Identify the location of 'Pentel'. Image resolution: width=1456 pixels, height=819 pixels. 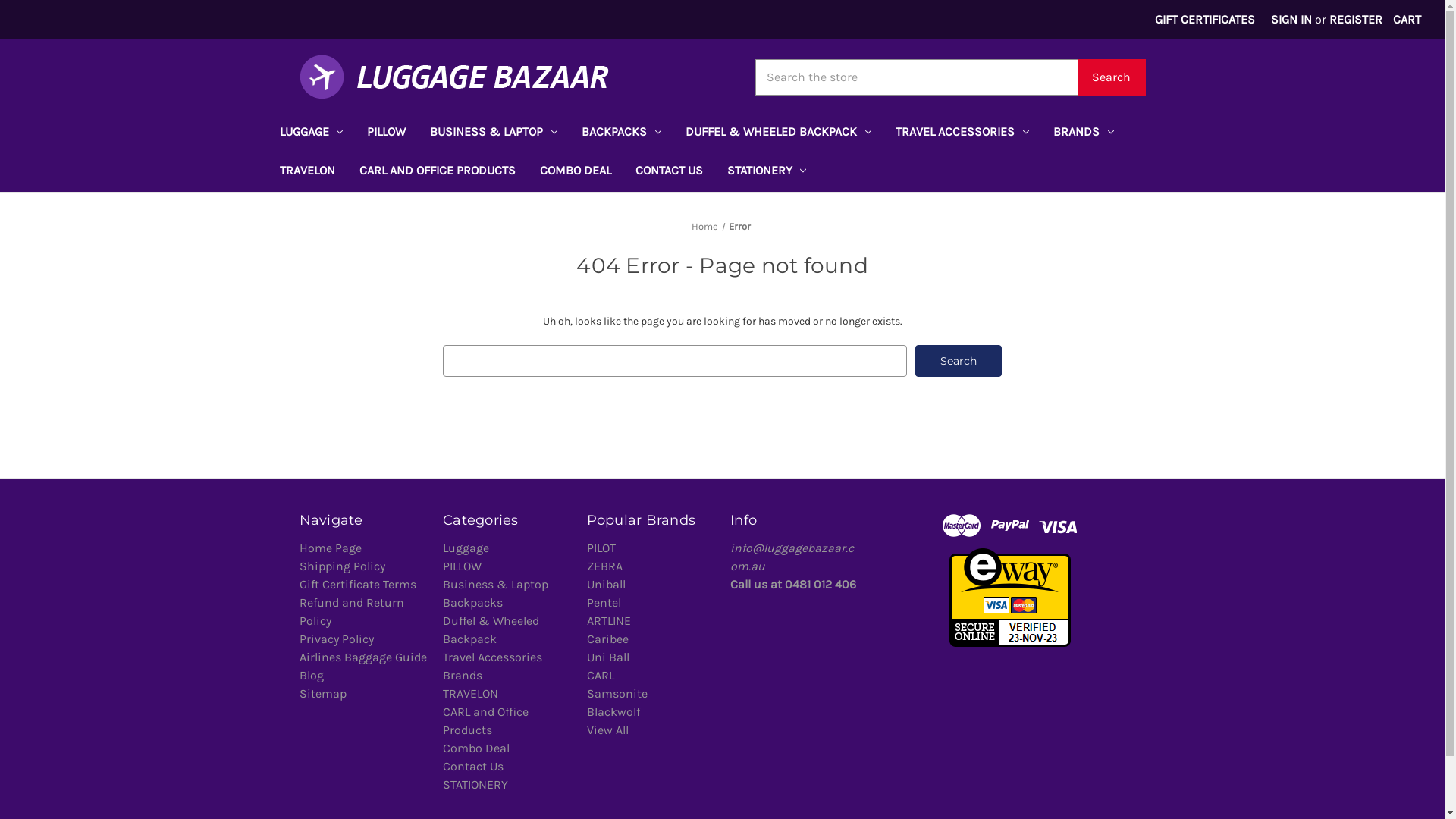
(585, 601).